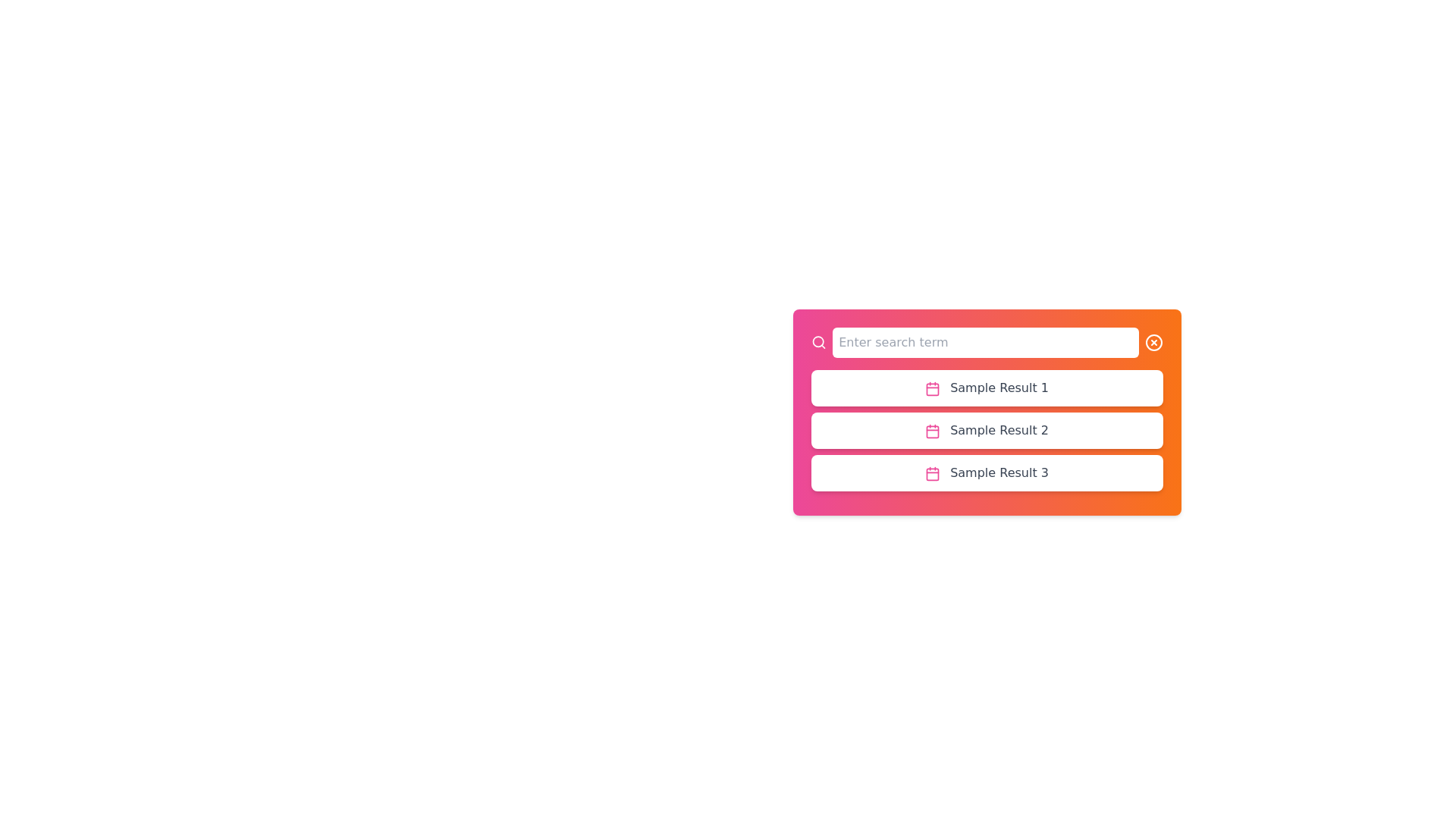  I want to click on the calendar icon located on the left side of 'Sample Result 2', which signifies date-related functions, so click(932, 431).